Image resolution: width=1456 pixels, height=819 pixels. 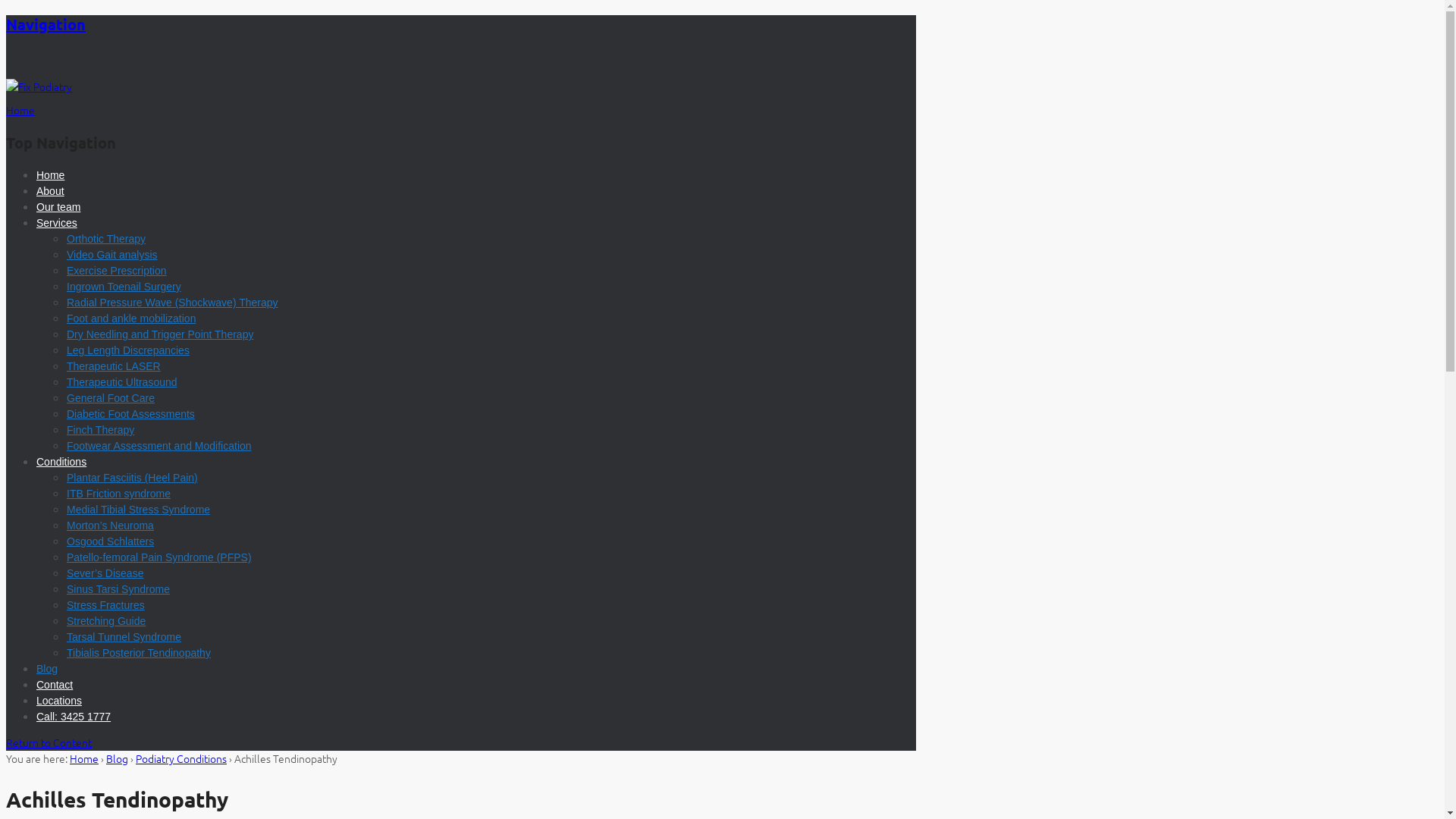 What do you see at coordinates (47, 668) in the screenshot?
I see `'Blog'` at bounding box center [47, 668].